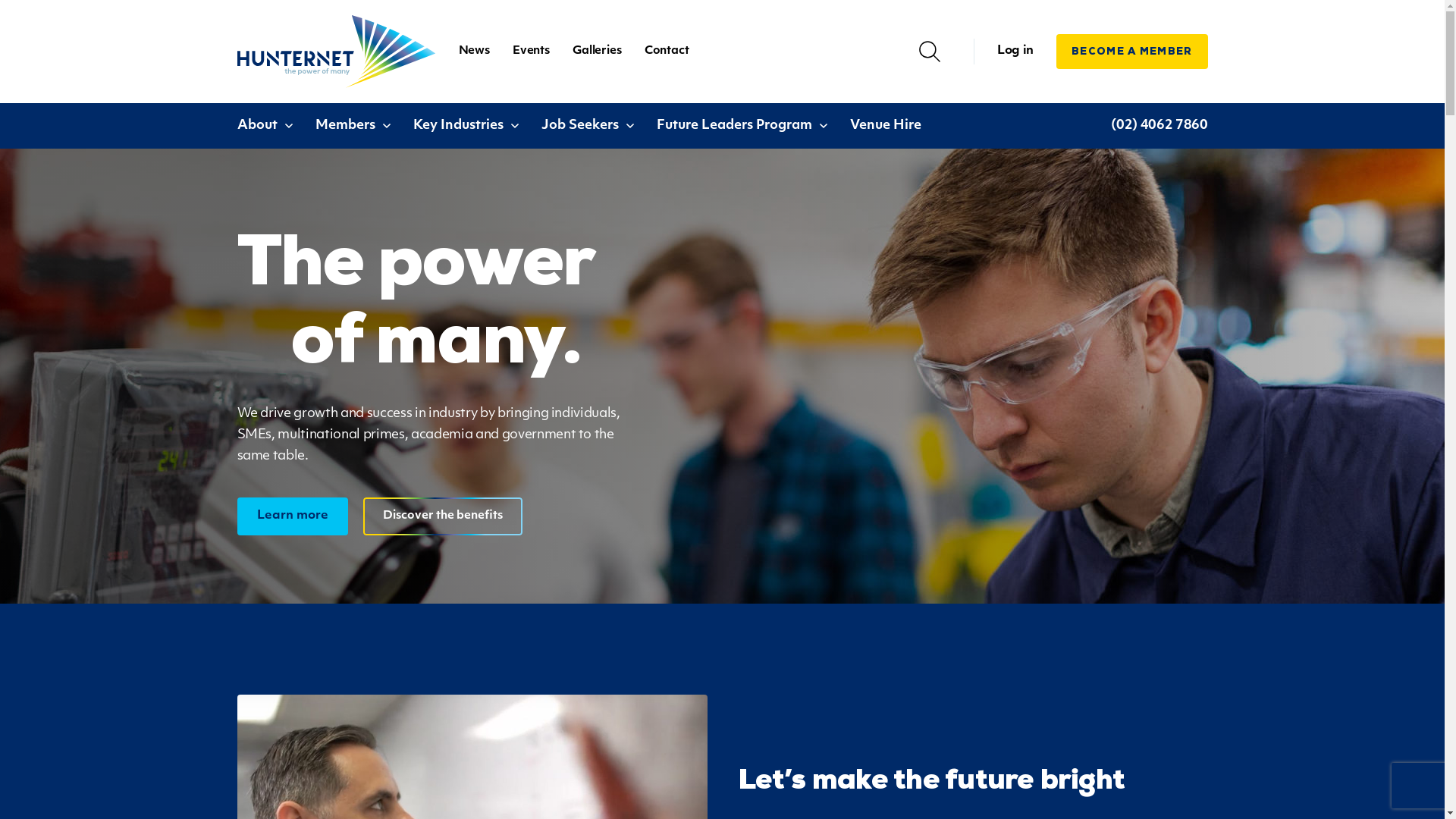 The height and width of the screenshot is (819, 1456). I want to click on 'News', so click(473, 51).